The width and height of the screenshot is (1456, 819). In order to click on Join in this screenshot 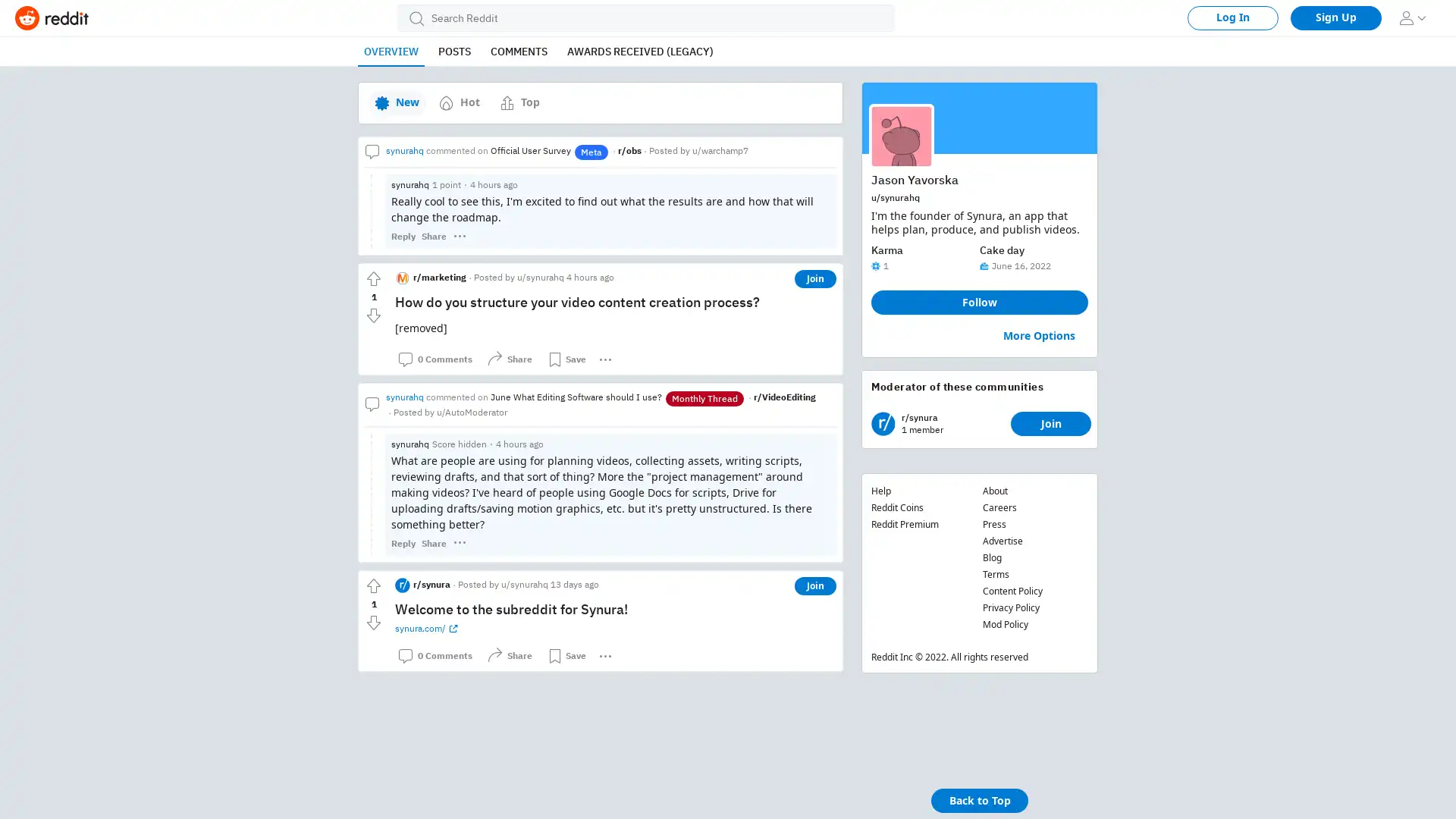, I will do `click(814, 584)`.